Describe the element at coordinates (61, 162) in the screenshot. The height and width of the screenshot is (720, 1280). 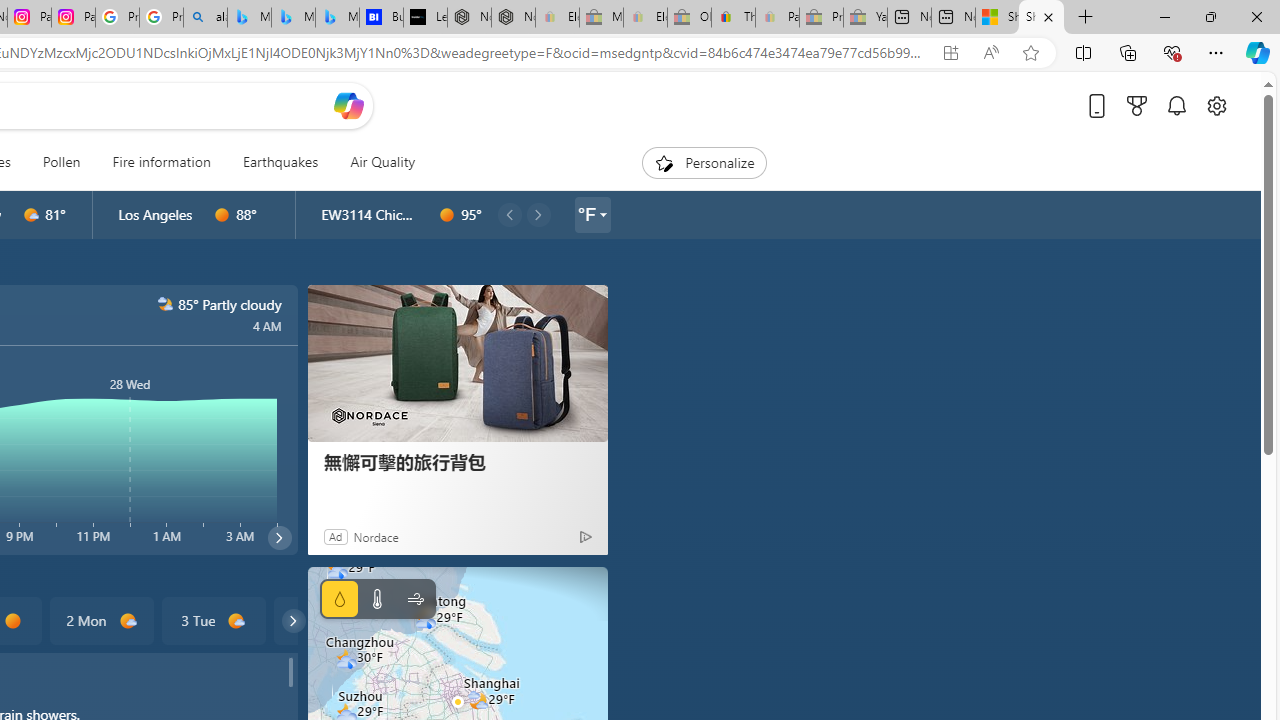
I see `'Pollen'` at that location.